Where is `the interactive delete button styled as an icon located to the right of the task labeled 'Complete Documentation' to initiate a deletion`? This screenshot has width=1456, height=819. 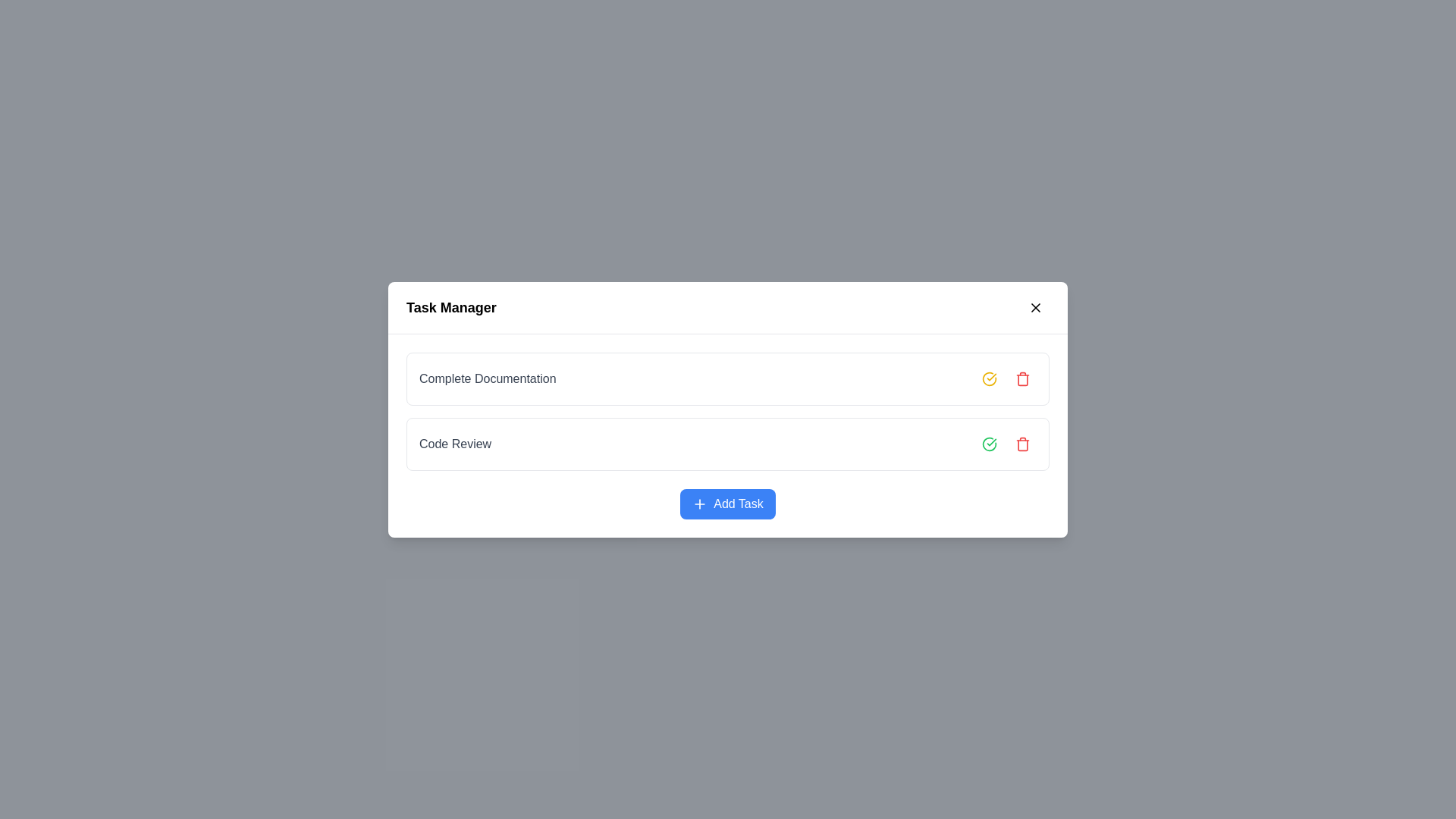 the interactive delete button styled as an icon located to the right of the task labeled 'Complete Documentation' to initiate a deletion is located at coordinates (1009, 377).